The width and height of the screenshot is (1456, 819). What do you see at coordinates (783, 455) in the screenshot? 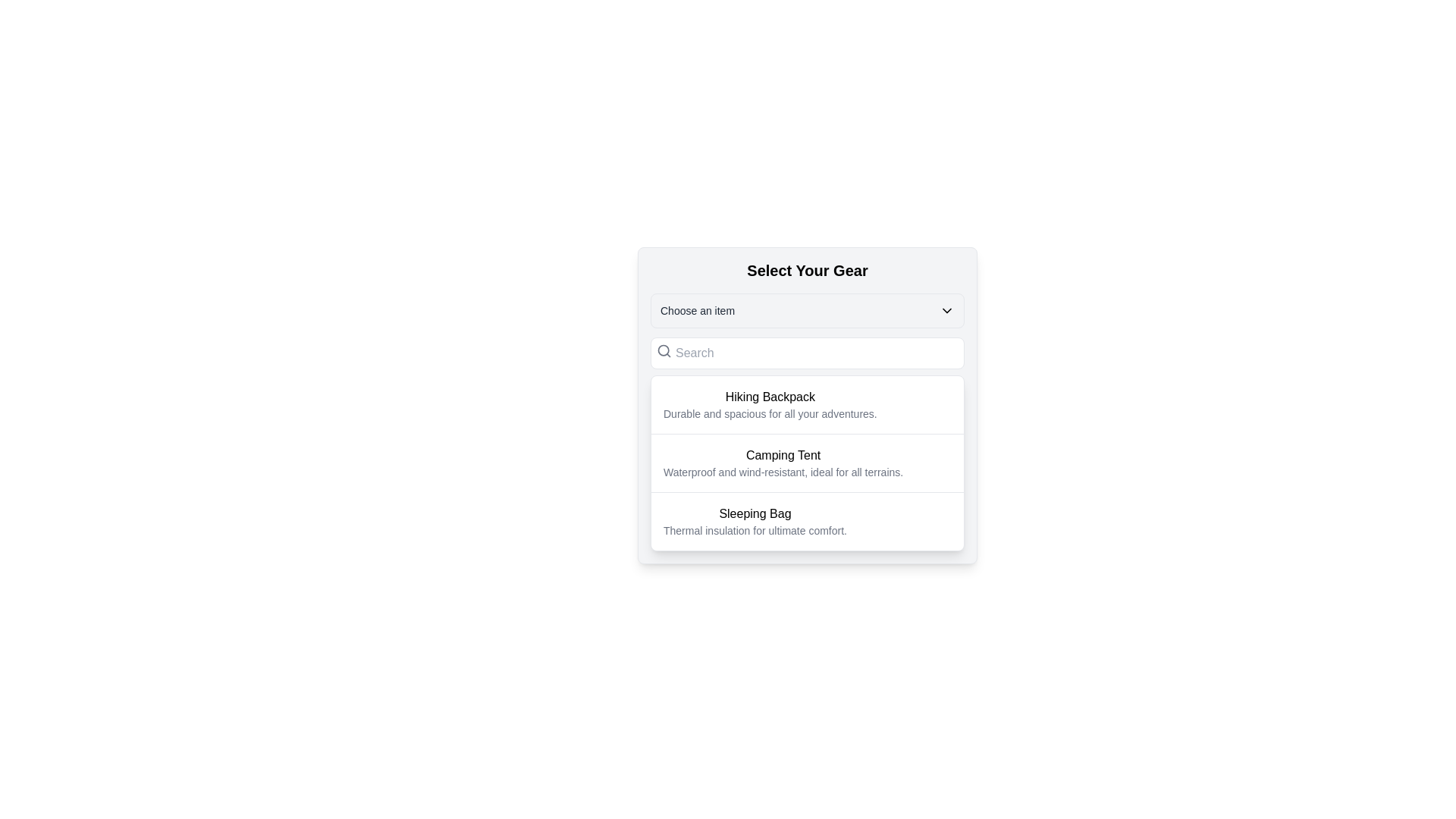
I see `the title text element 'Camping Tent', which is styled as a medium-weight title and serves as the header for the card, centered horizontally within the card` at bounding box center [783, 455].